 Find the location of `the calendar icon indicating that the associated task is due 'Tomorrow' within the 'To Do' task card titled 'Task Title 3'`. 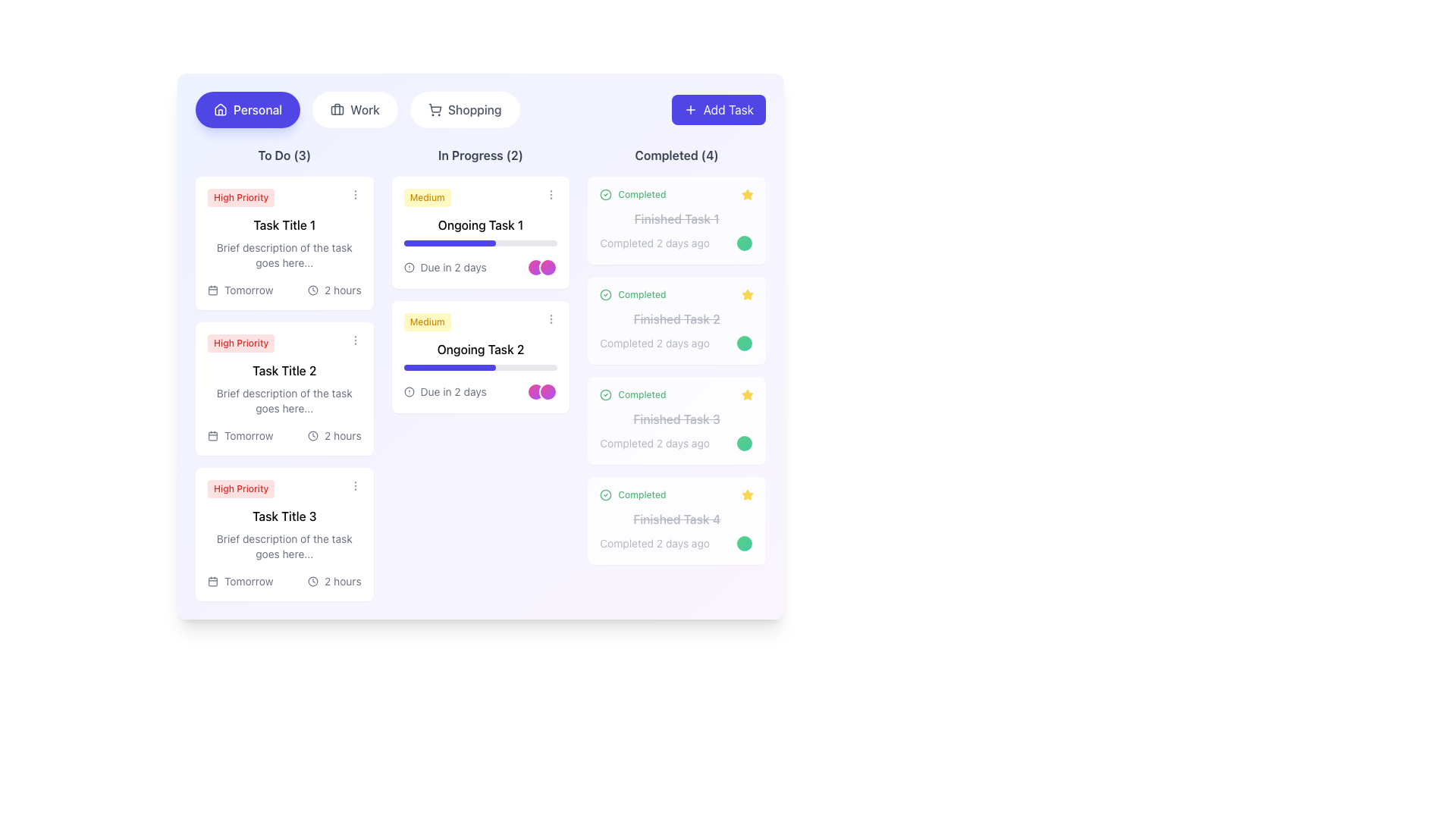

the calendar icon indicating that the associated task is due 'Tomorrow' within the 'To Do' task card titled 'Task Title 3' is located at coordinates (212, 581).